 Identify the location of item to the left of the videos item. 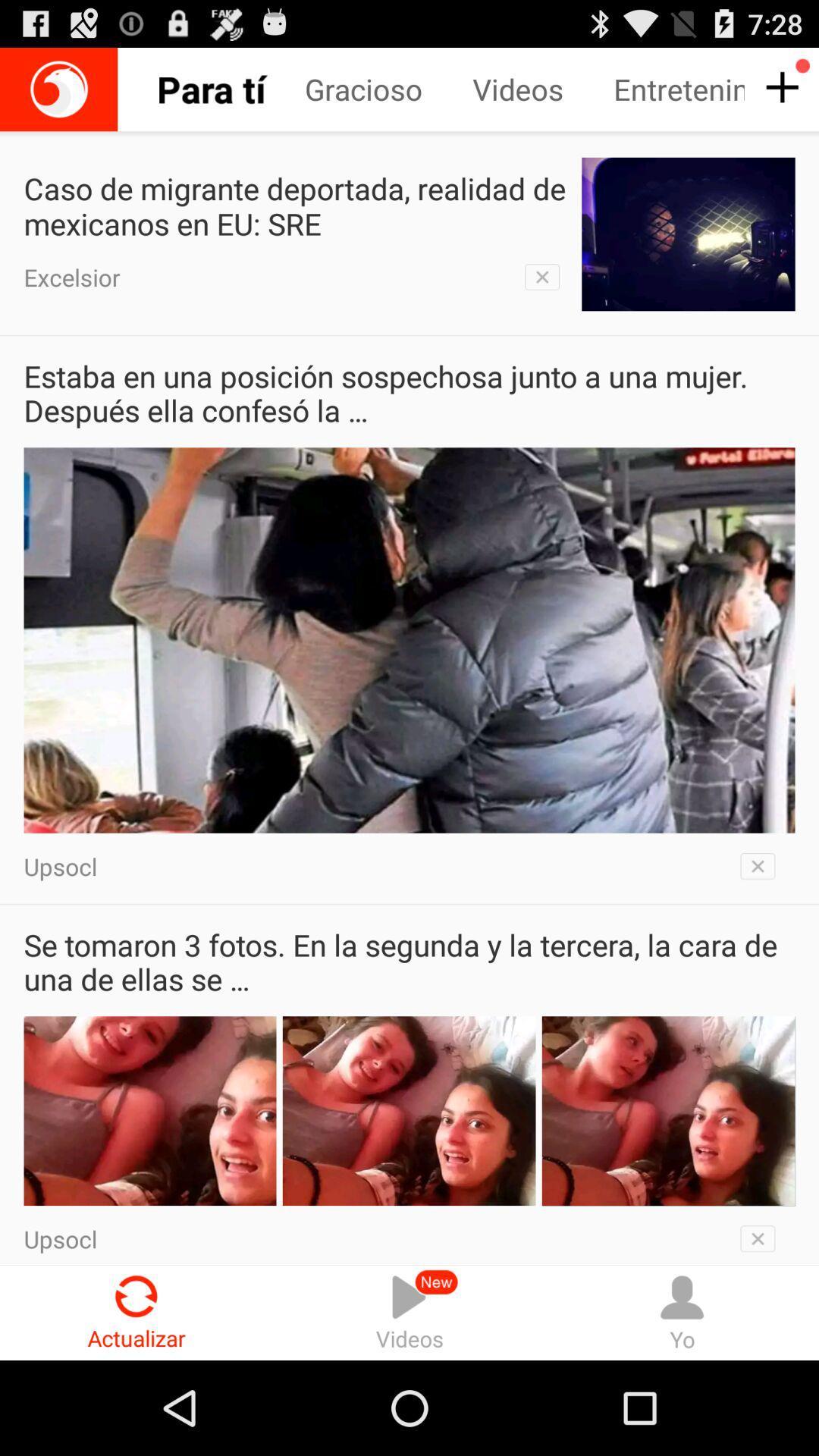
(222, 89).